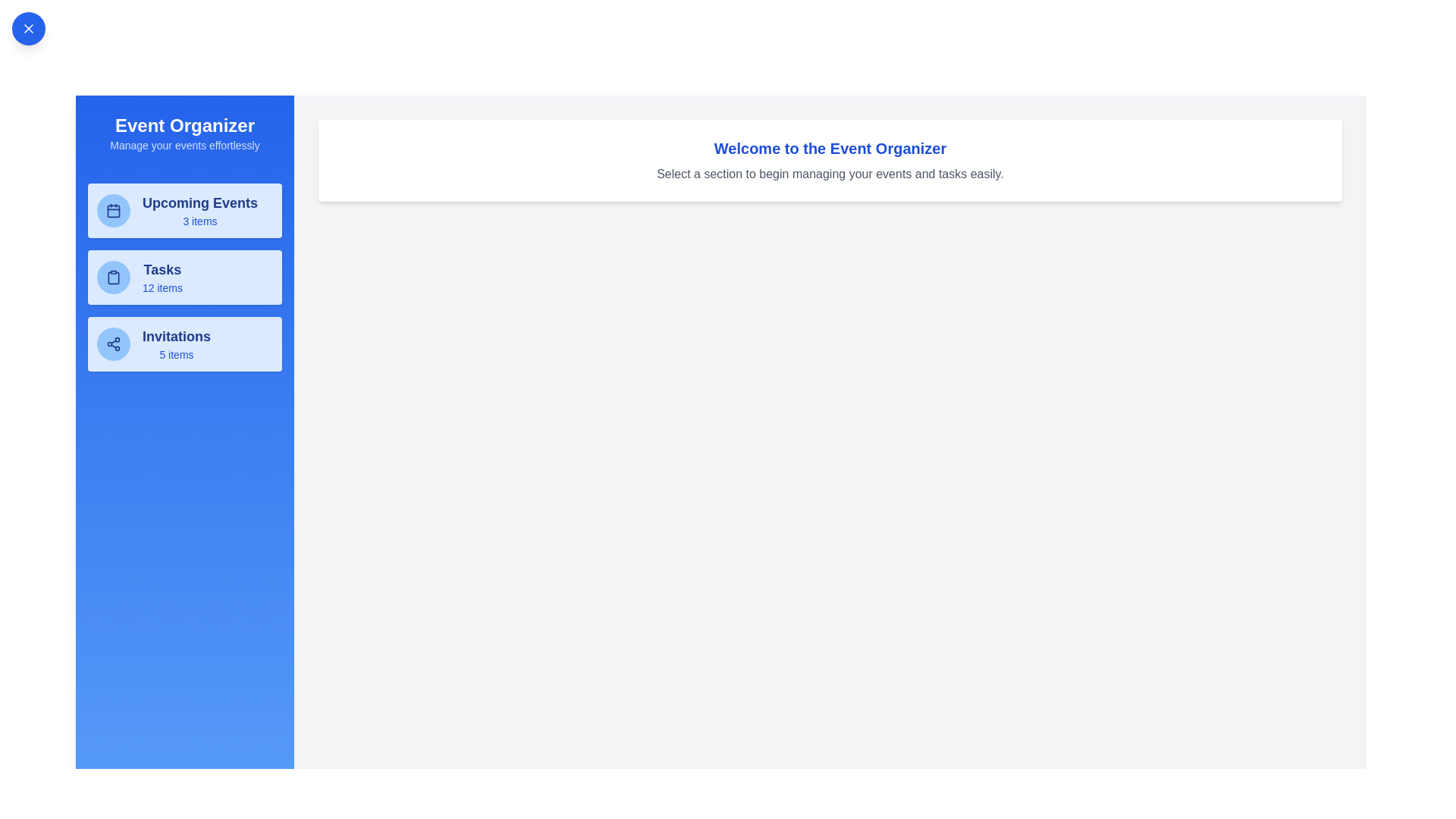 The image size is (1456, 819). I want to click on the 'Tasks' card to navigate to the 'Tasks' section, so click(184, 278).